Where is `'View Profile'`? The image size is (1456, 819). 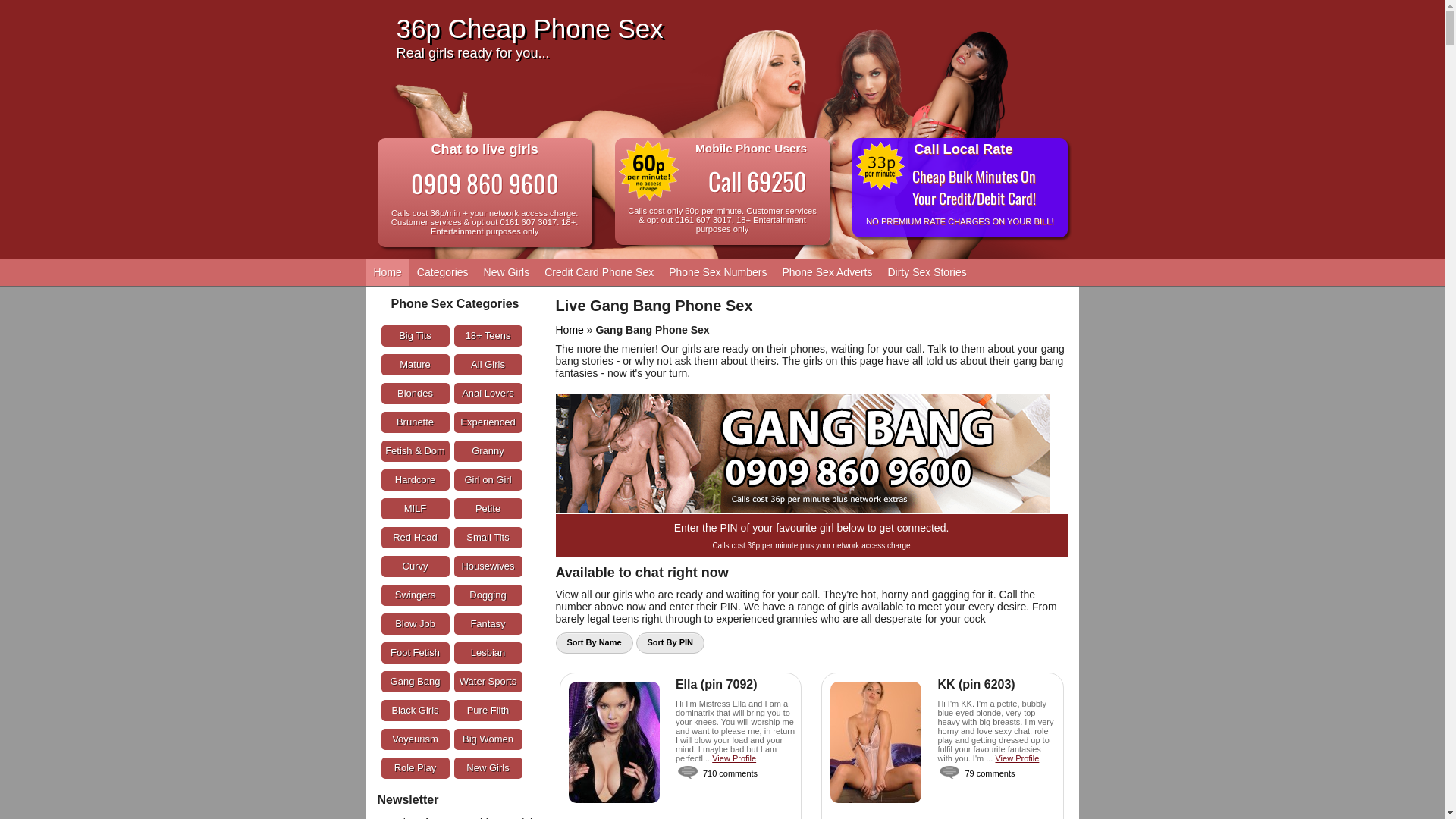 'View Profile' is located at coordinates (734, 758).